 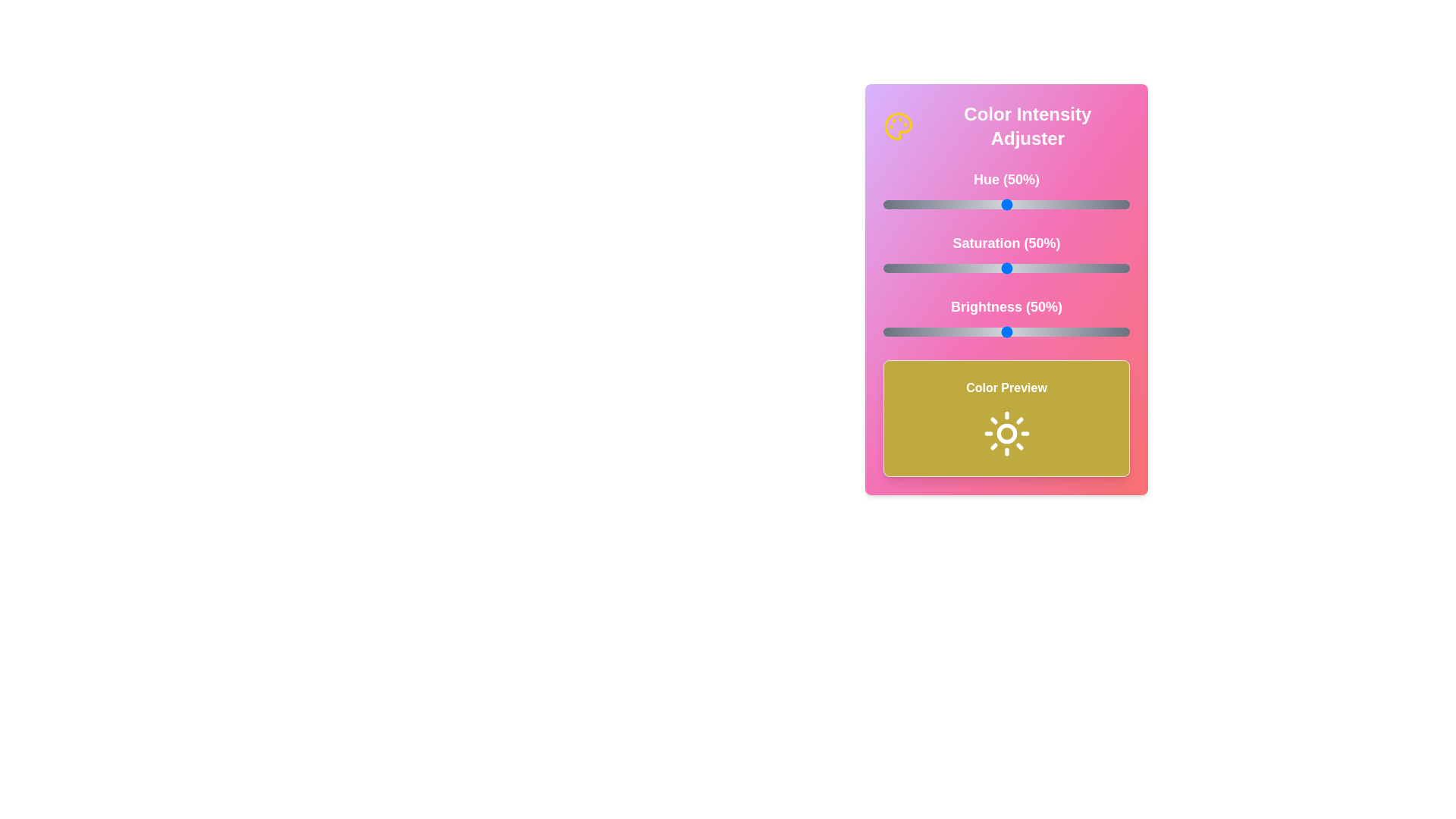 I want to click on the saturation slider to 85%, so click(x=1093, y=268).